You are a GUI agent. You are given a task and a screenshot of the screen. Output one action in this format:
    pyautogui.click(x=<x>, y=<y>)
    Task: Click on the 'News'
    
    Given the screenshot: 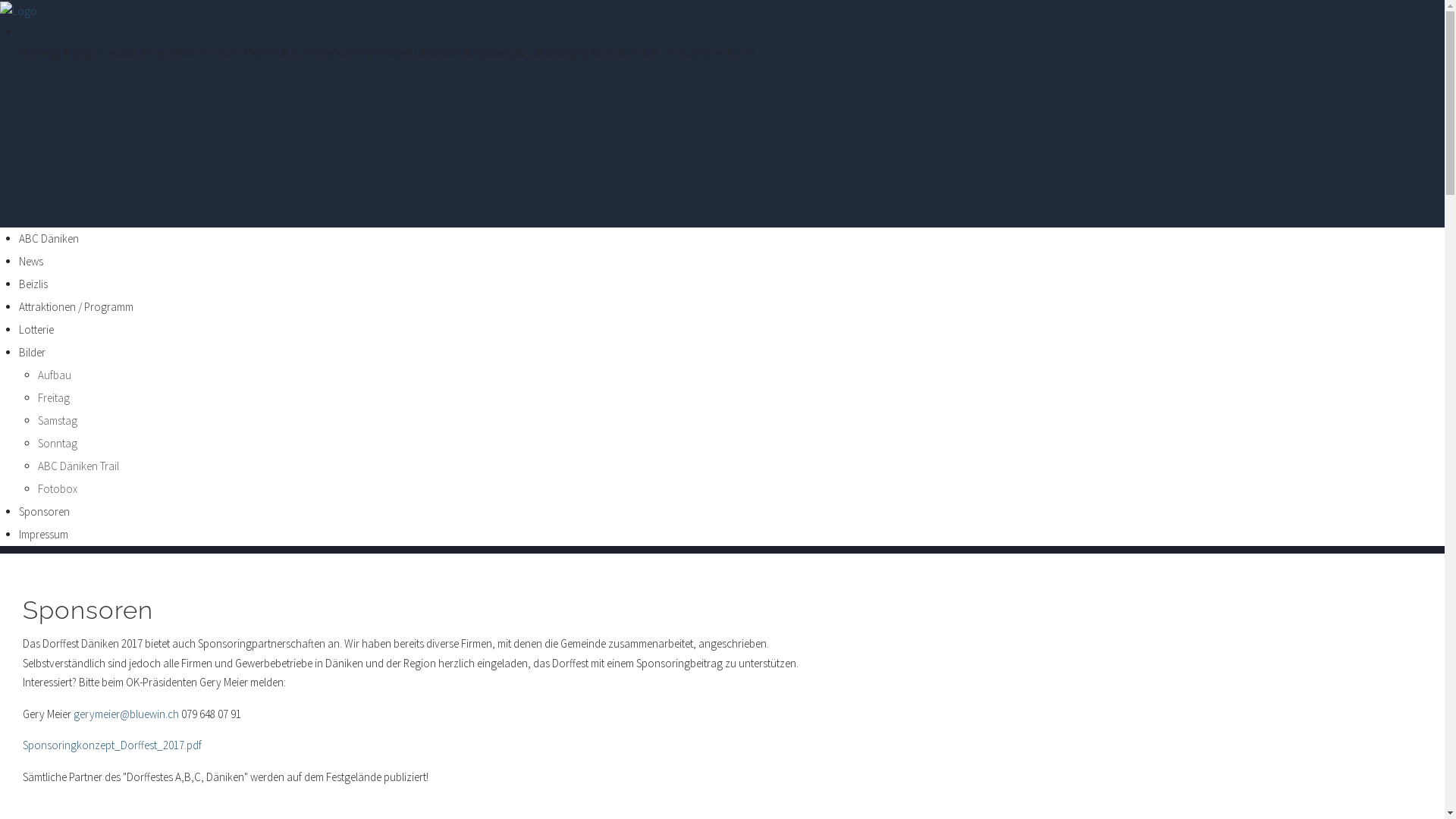 What is the action you would take?
    pyautogui.click(x=31, y=260)
    